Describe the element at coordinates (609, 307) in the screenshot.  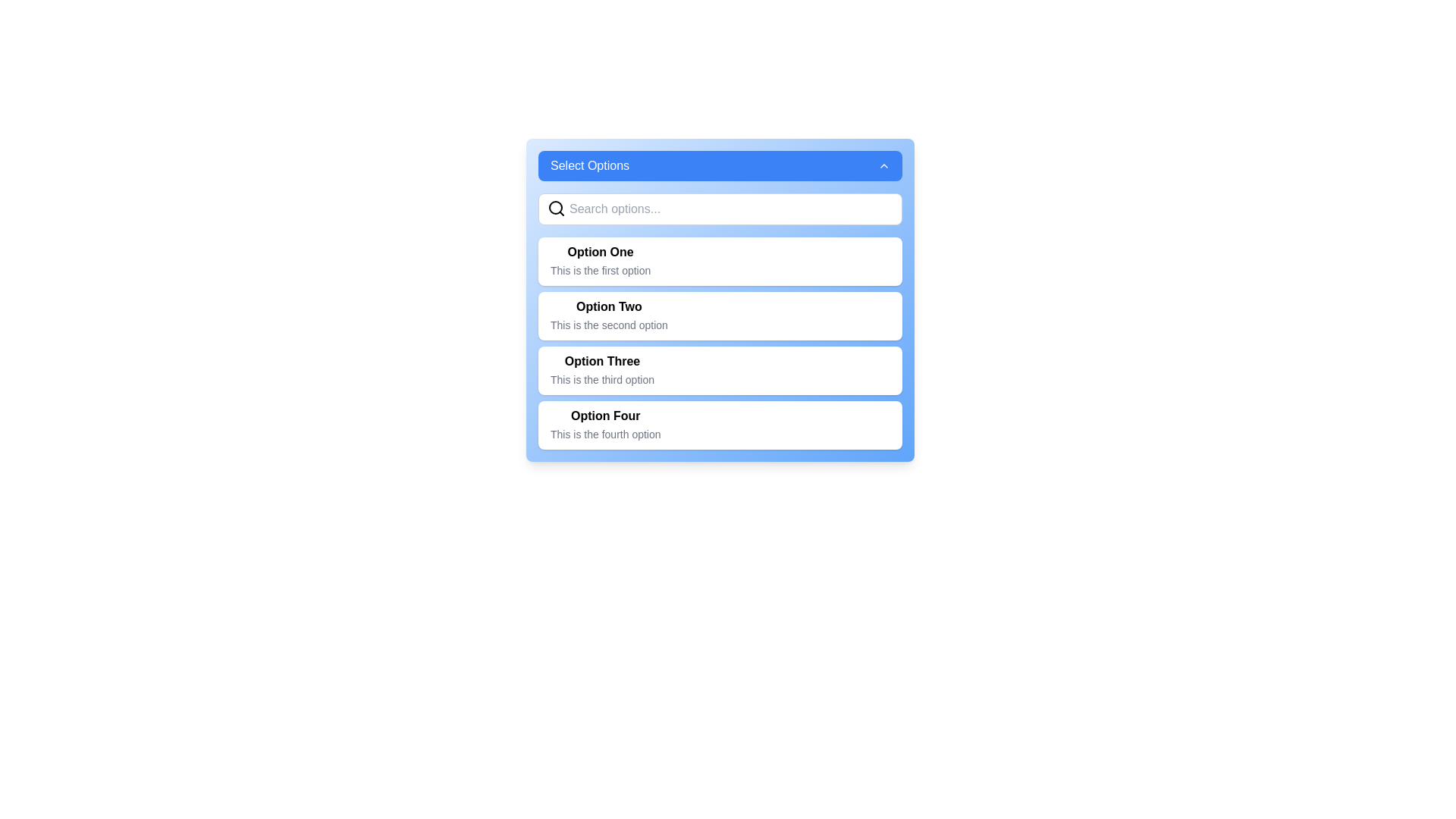
I see `the text label 'Option Two' which is styled in bold and includes the description 'This is the second option', located in a selection list interface` at that location.